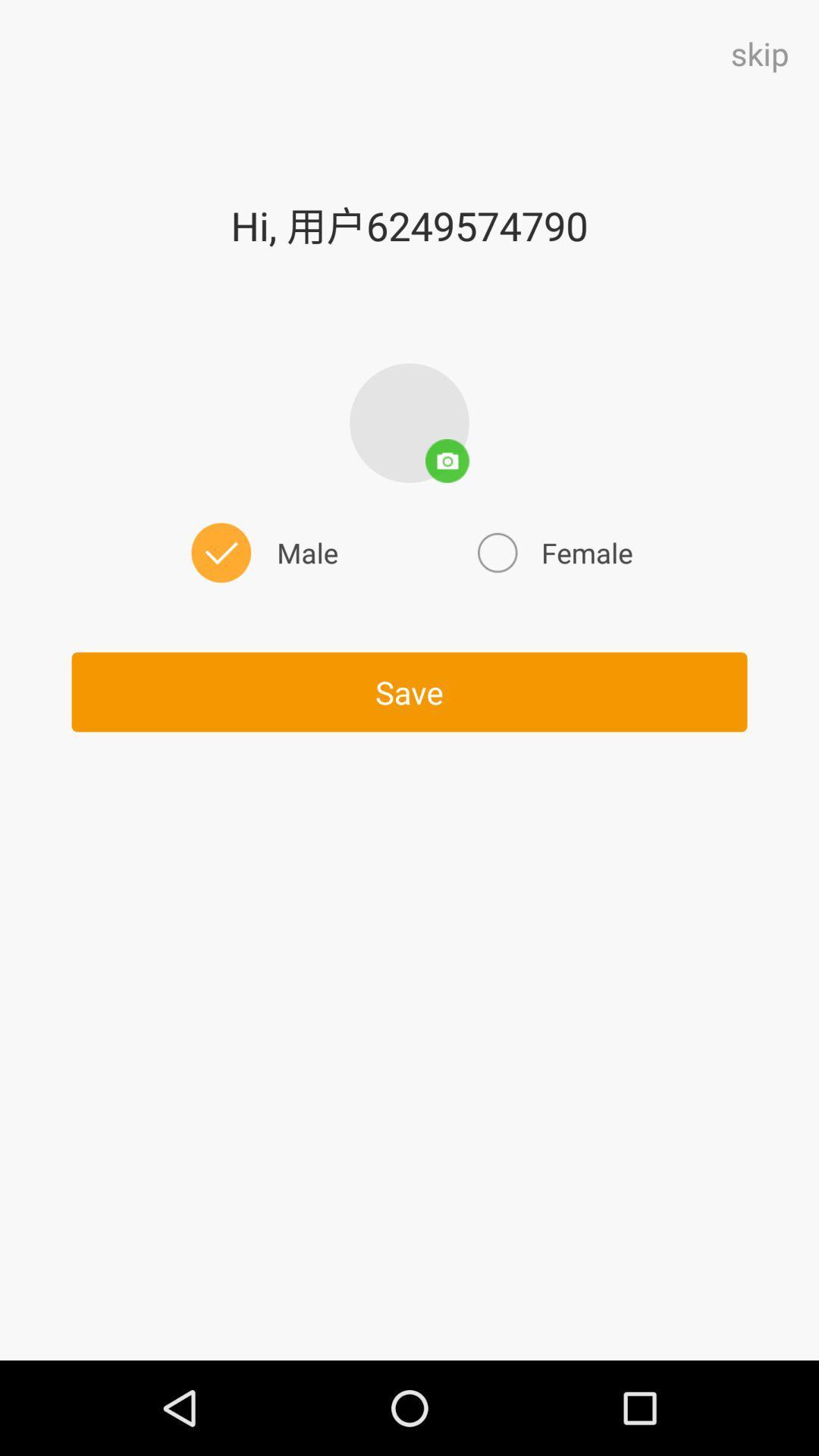 This screenshot has height=1456, width=819. I want to click on the male on the left, so click(261, 552).